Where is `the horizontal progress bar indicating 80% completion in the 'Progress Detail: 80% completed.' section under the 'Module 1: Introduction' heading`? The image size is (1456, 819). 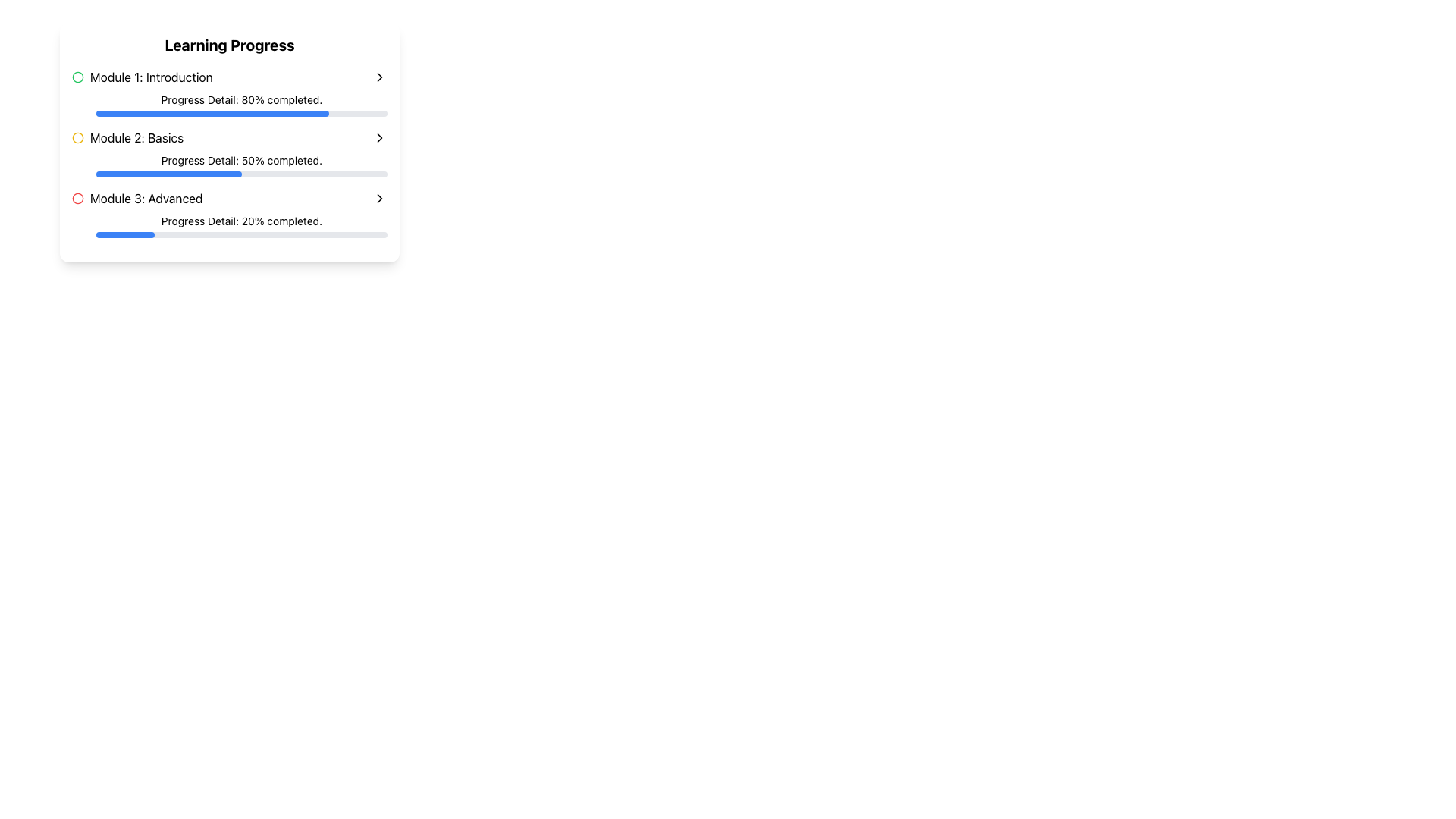 the horizontal progress bar indicating 80% completion in the 'Progress Detail: 80% completed.' section under the 'Module 1: Introduction' heading is located at coordinates (240, 113).